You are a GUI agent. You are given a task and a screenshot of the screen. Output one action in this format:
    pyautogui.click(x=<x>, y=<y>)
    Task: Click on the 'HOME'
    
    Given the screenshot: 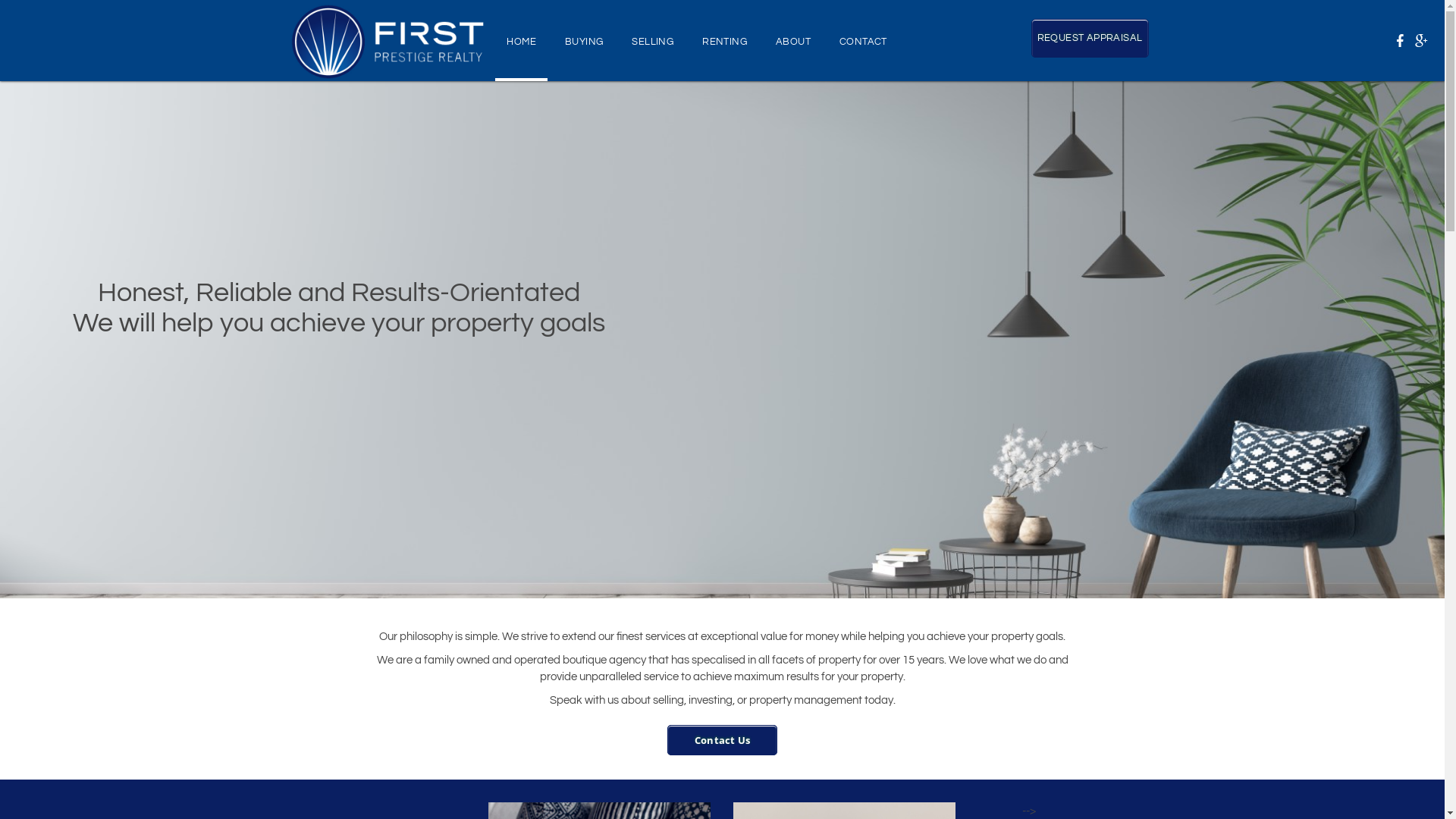 What is the action you would take?
    pyautogui.click(x=521, y=39)
    